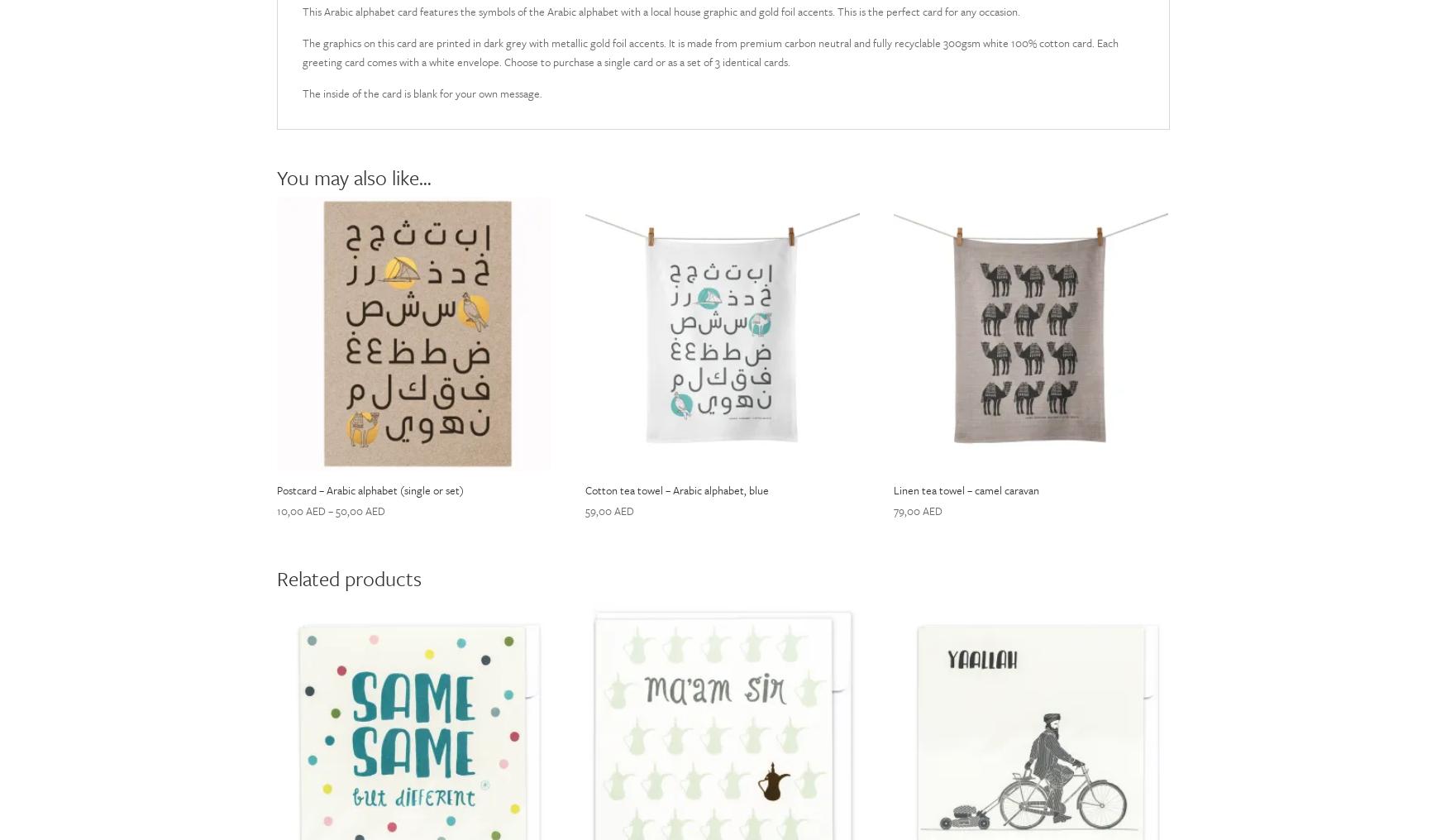 The width and height of the screenshot is (1446, 840). What do you see at coordinates (369, 490) in the screenshot?
I see `'Postcard – Arabic alphabet  (single or set)'` at bounding box center [369, 490].